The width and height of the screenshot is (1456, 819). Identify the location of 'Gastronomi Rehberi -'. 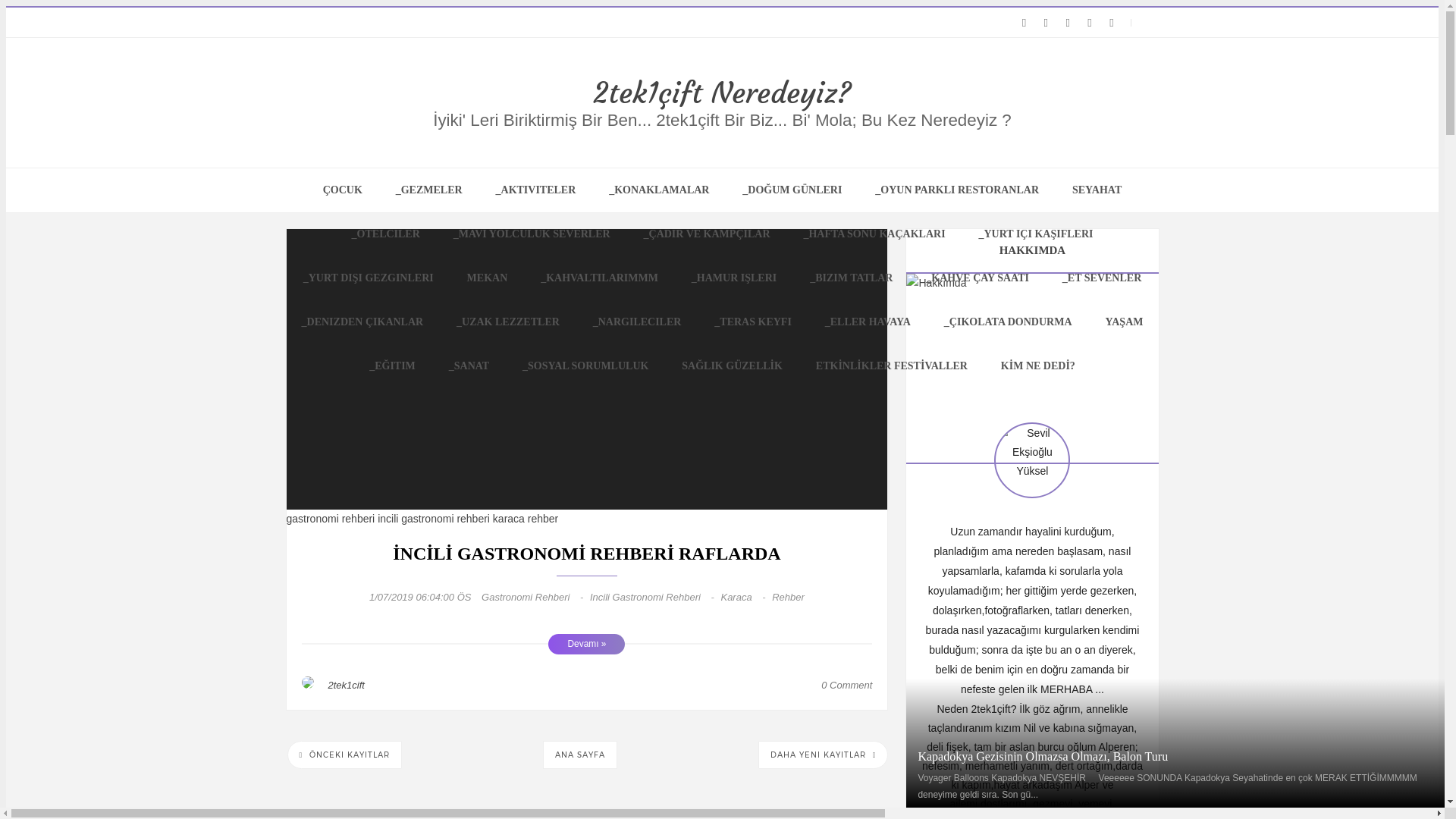
(535, 596).